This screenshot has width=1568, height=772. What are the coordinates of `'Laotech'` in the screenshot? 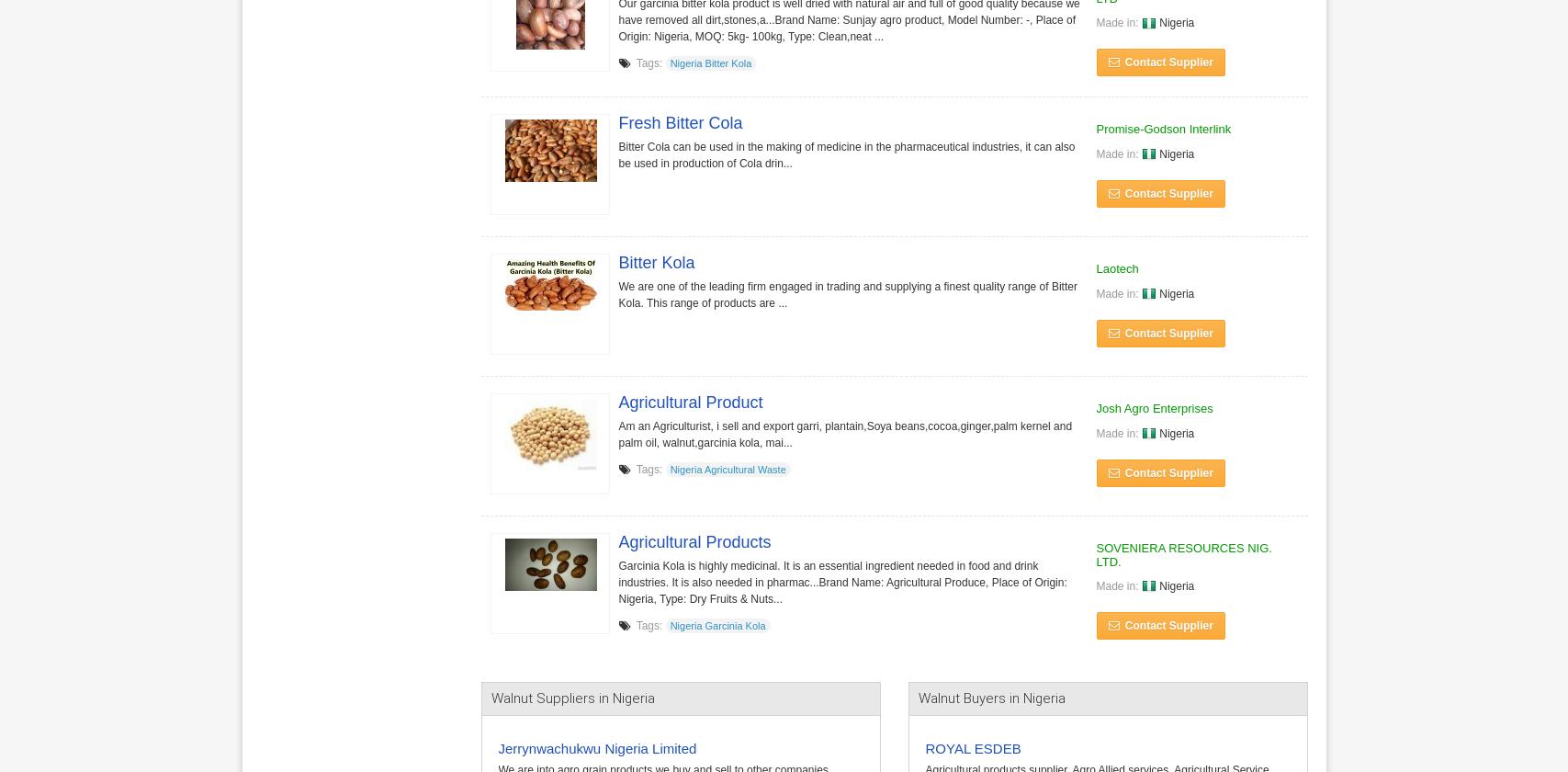 It's located at (1116, 268).